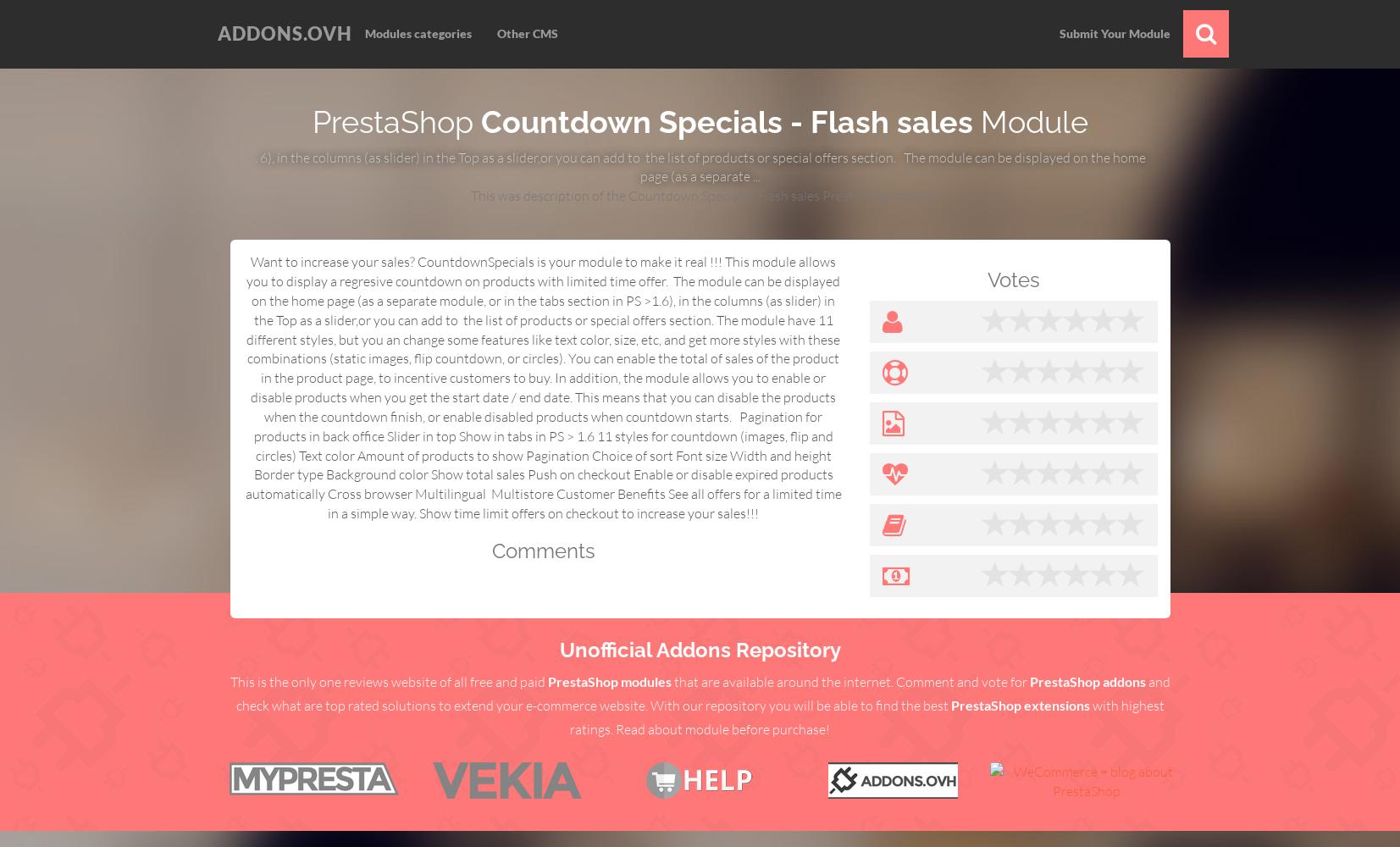 The height and width of the screenshot is (847, 1400). What do you see at coordinates (699, 649) in the screenshot?
I see `'Unofficial Addons Repository'` at bounding box center [699, 649].